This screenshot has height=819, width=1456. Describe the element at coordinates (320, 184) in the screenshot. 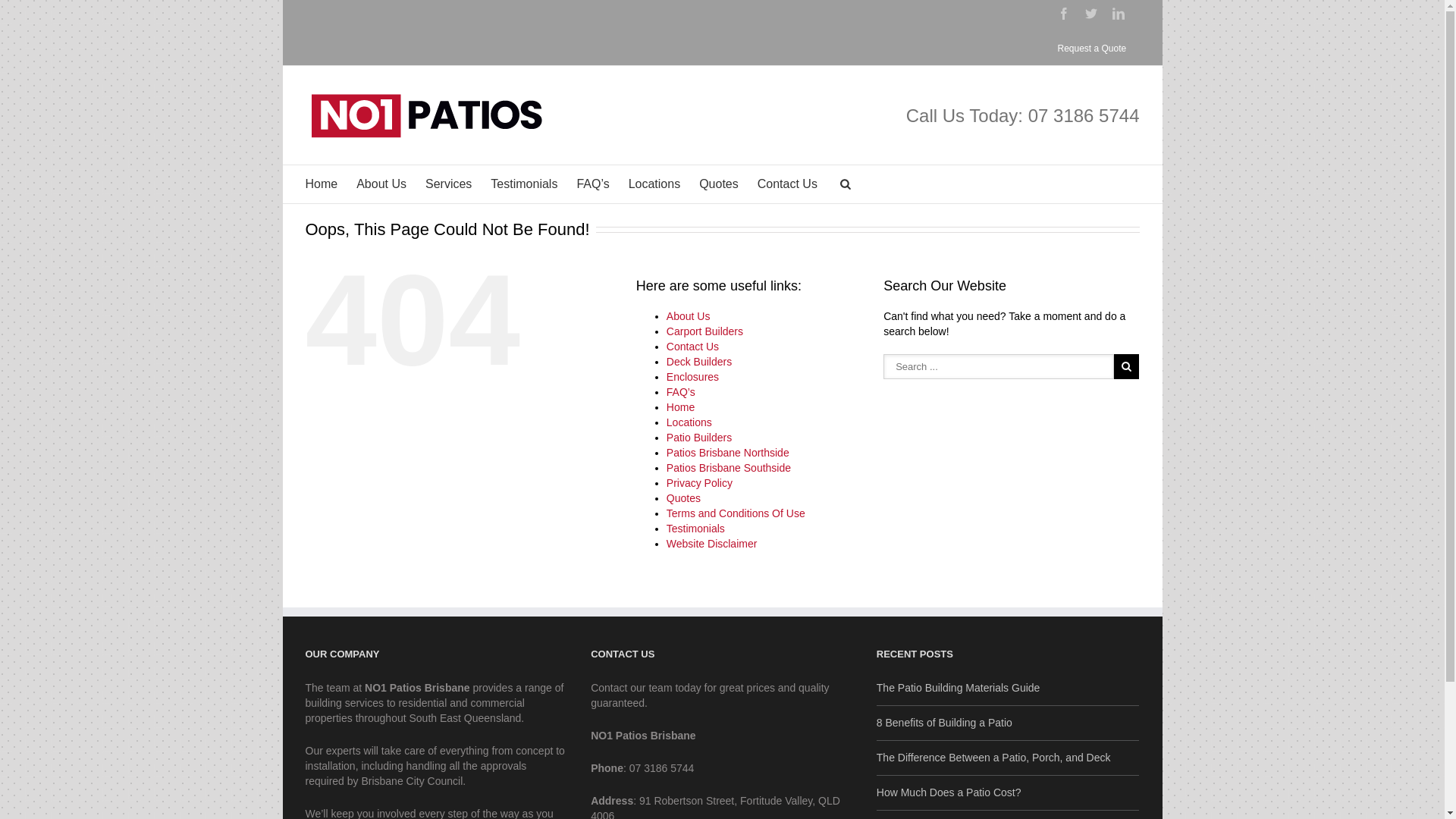

I see `'Home'` at that location.